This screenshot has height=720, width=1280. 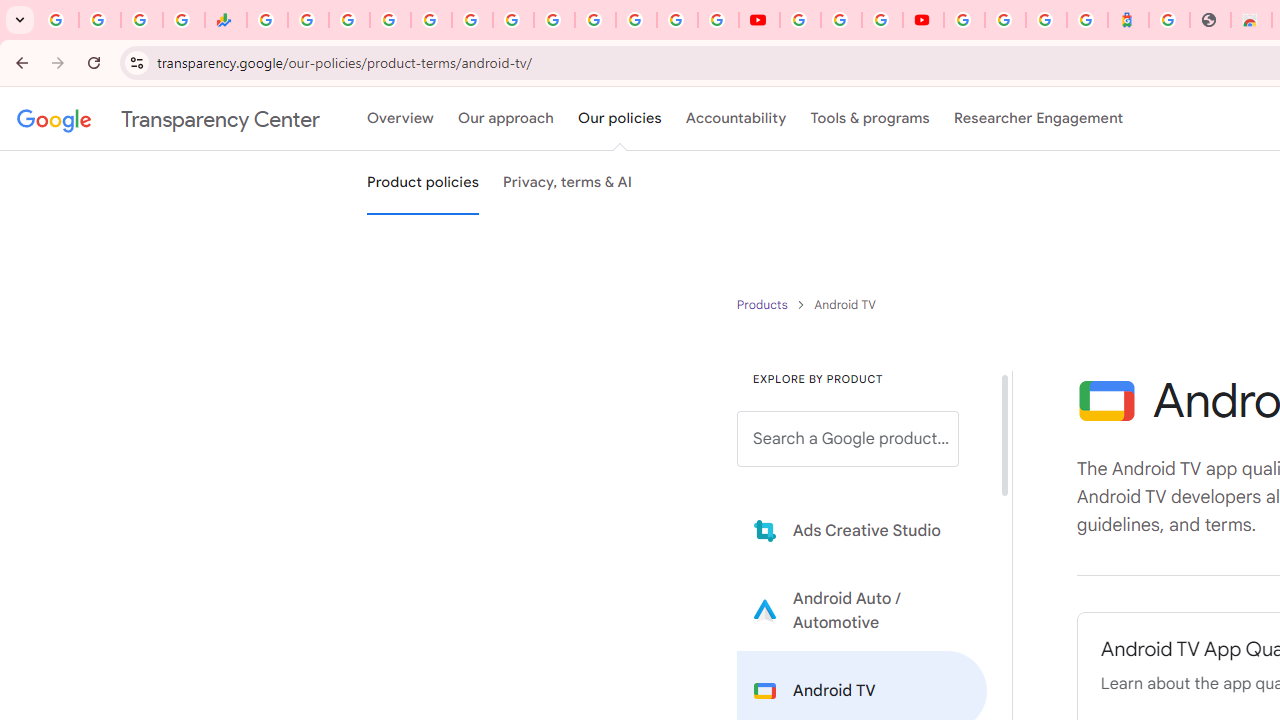 I want to click on 'Google Account Help', so click(x=840, y=20).